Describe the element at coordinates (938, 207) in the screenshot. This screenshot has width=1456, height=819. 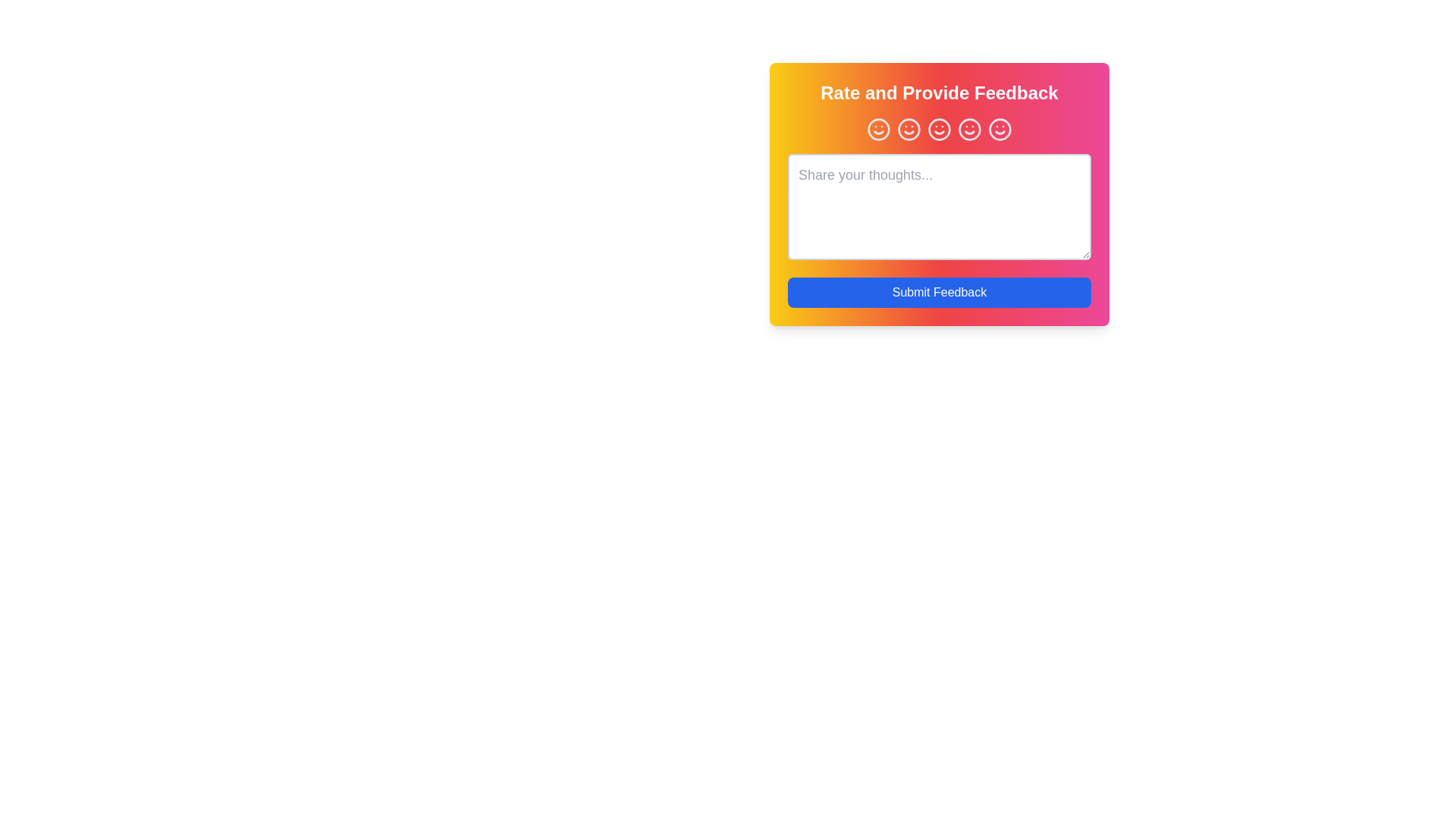
I see `the text area and type the comment 'Great service!'` at that location.